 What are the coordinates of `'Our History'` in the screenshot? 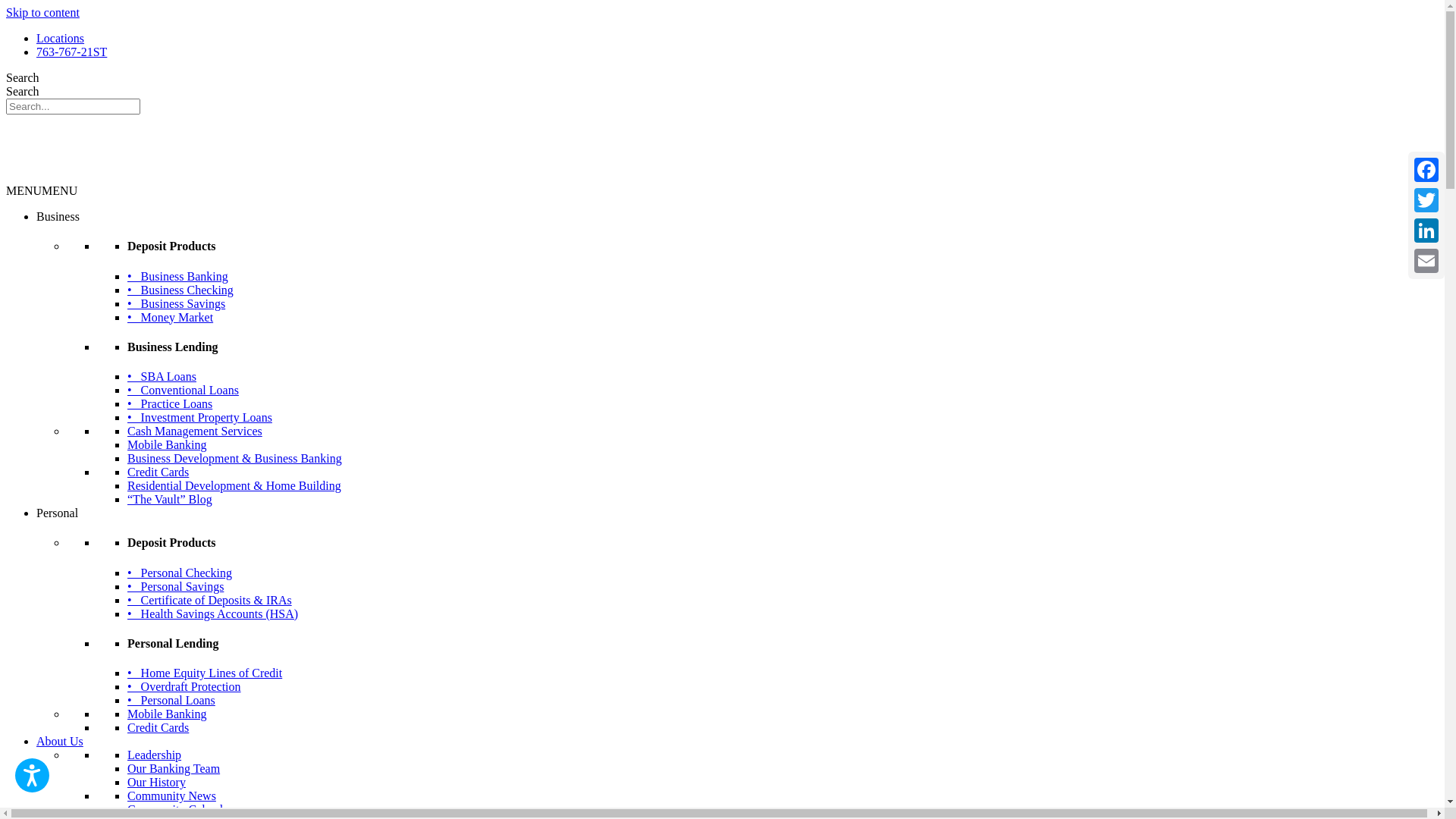 It's located at (156, 782).